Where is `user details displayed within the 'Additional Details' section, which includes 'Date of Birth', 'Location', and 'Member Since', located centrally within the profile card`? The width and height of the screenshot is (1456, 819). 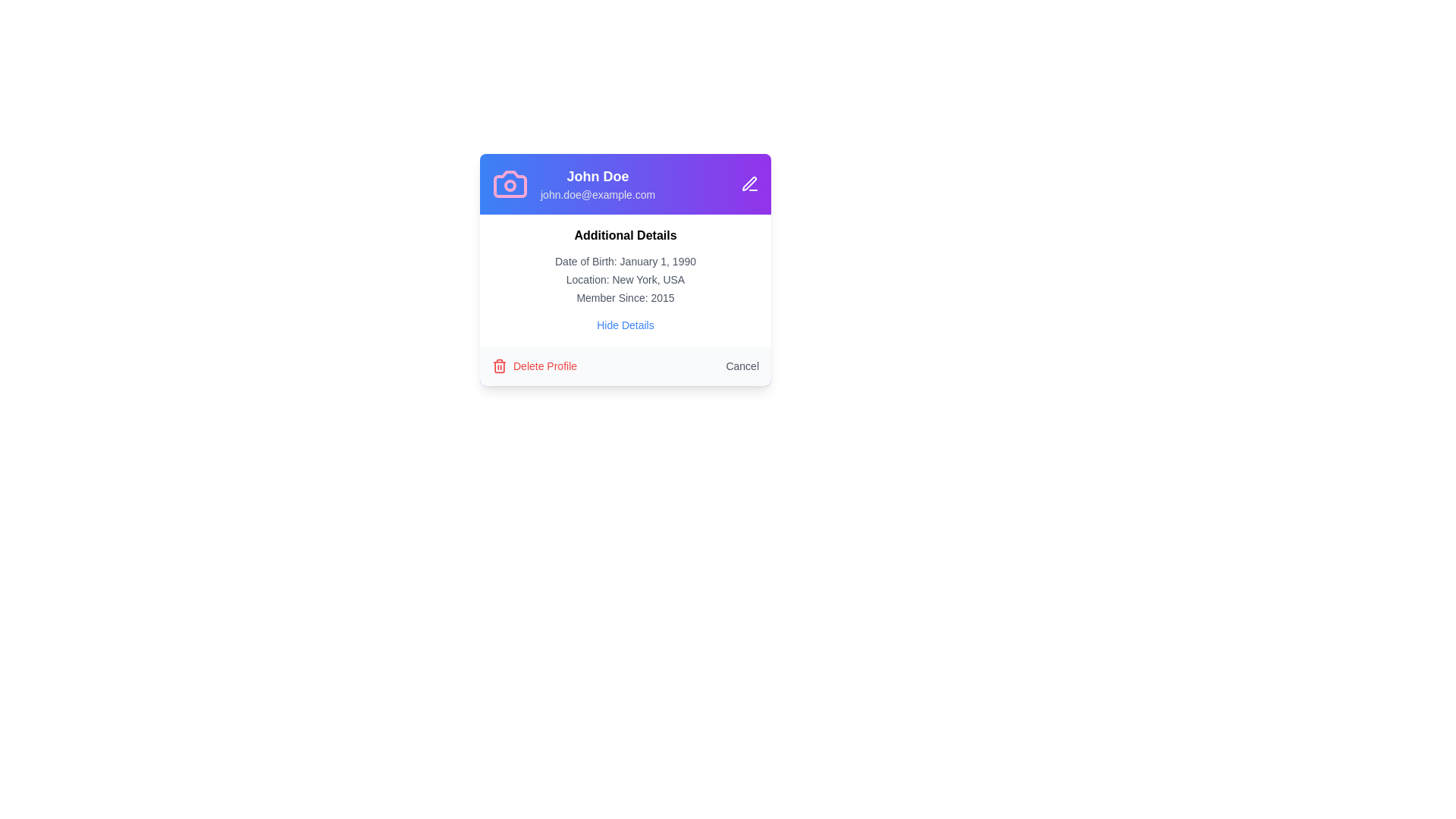
user details displayed within the 'Additional Details' section, which includes 'Date of Birth', 'Location', and 'Member Since', located centrally within the profile card is located at coordinates (626, 281).